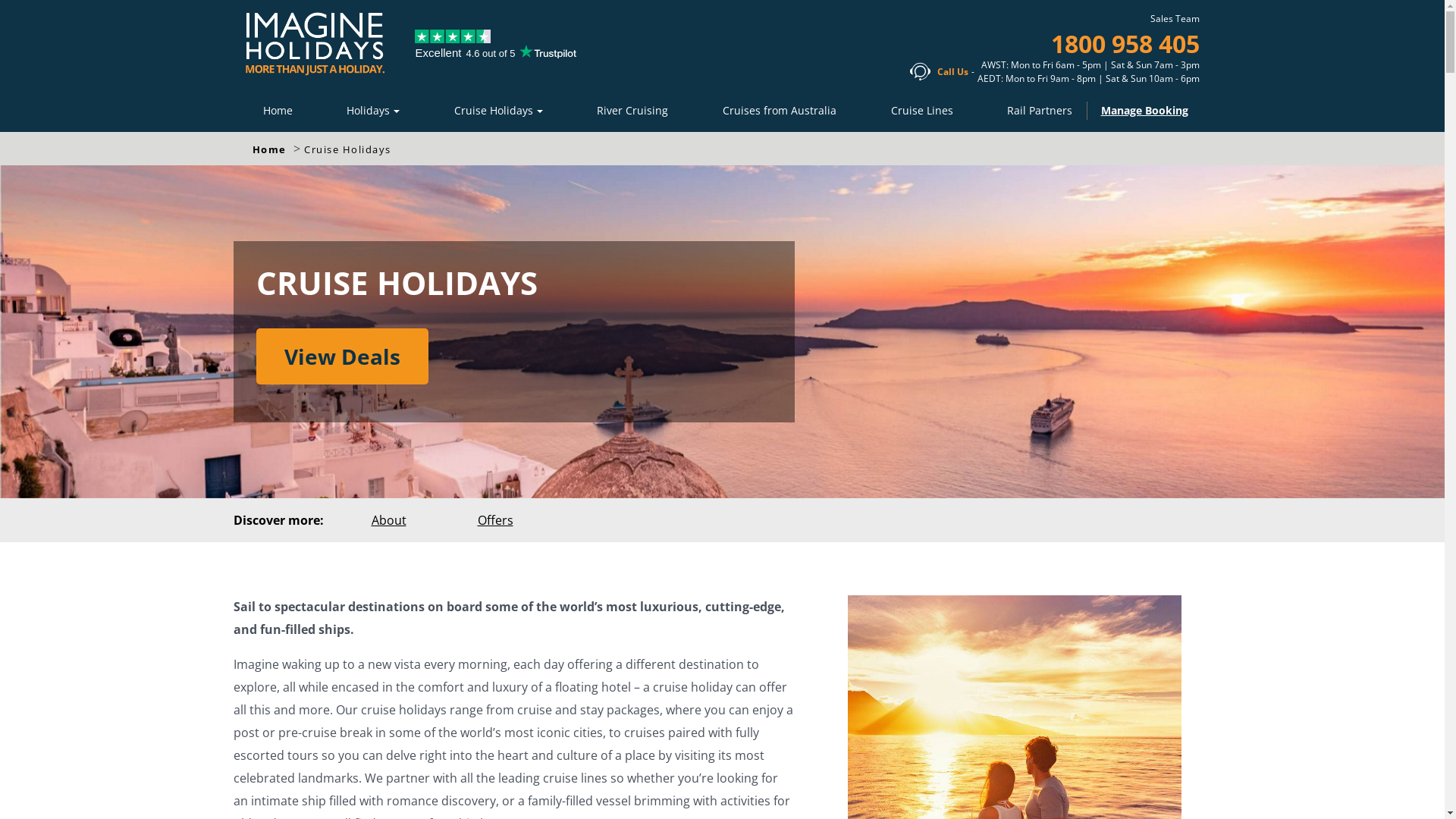  What do you see at coordinates (779, 109) in the screenshot?
I see `'Cruises from Australia'` at bounding box center [779, 109].